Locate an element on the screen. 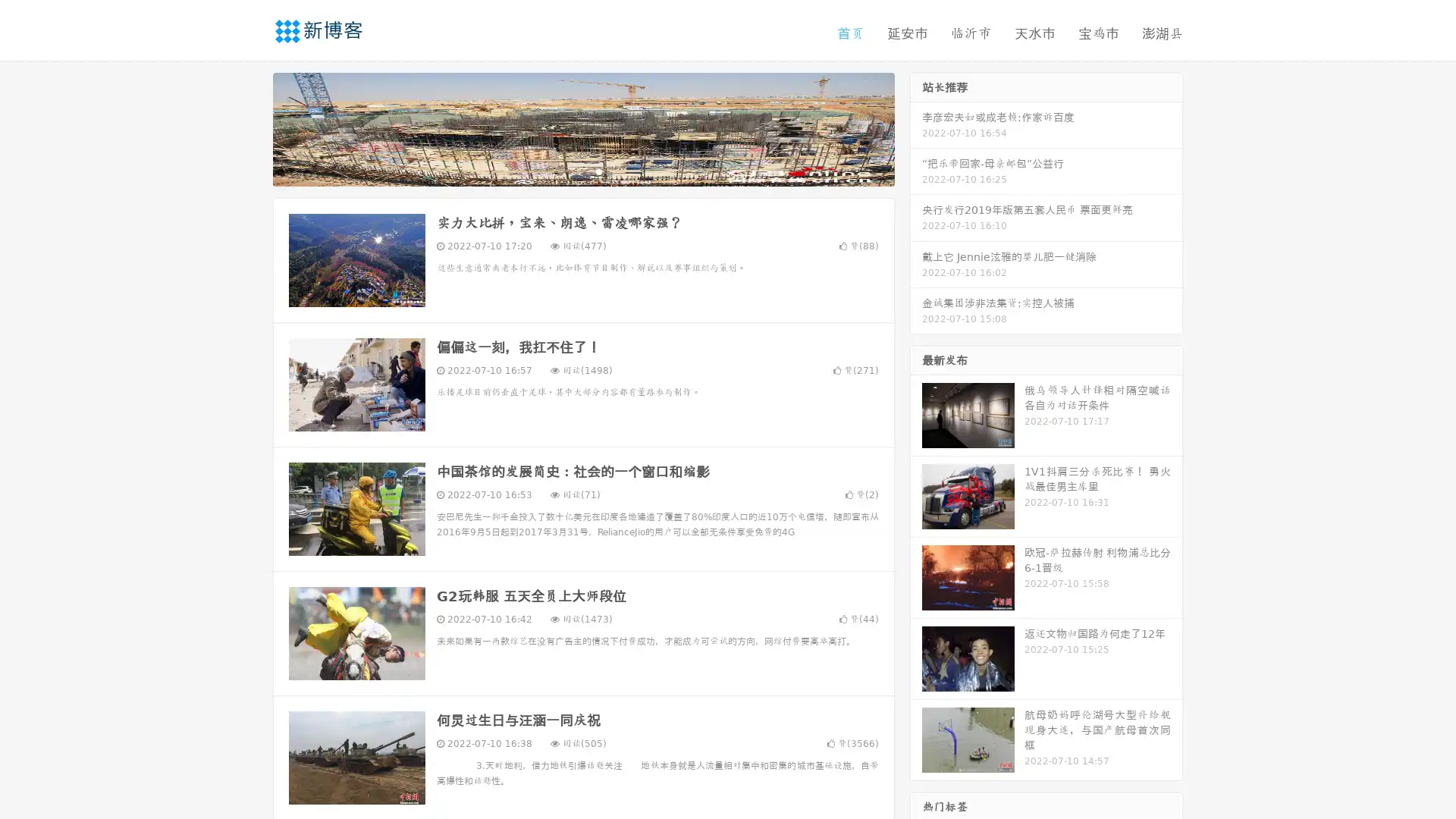  Next slide is located at coordinates (916, 127).